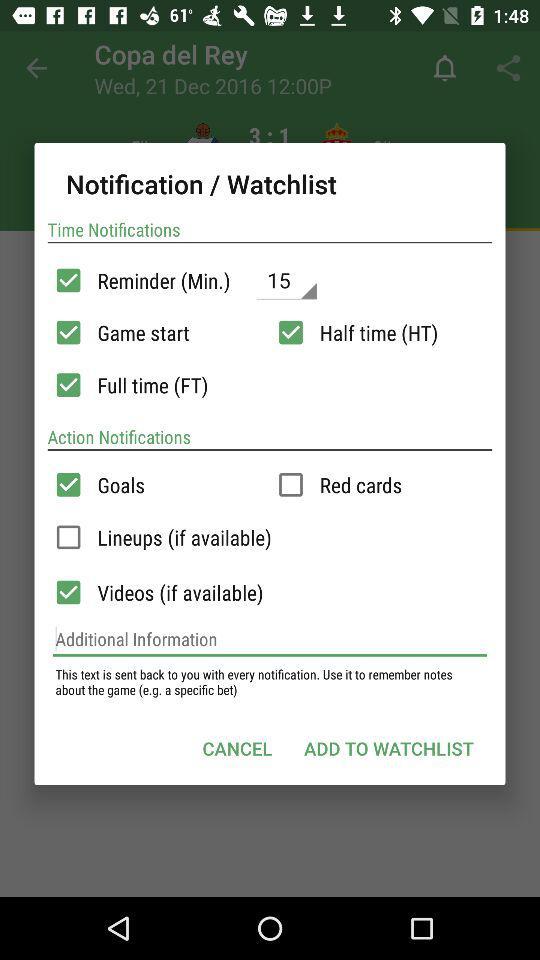  I want to click on settings, so click(290, 332).